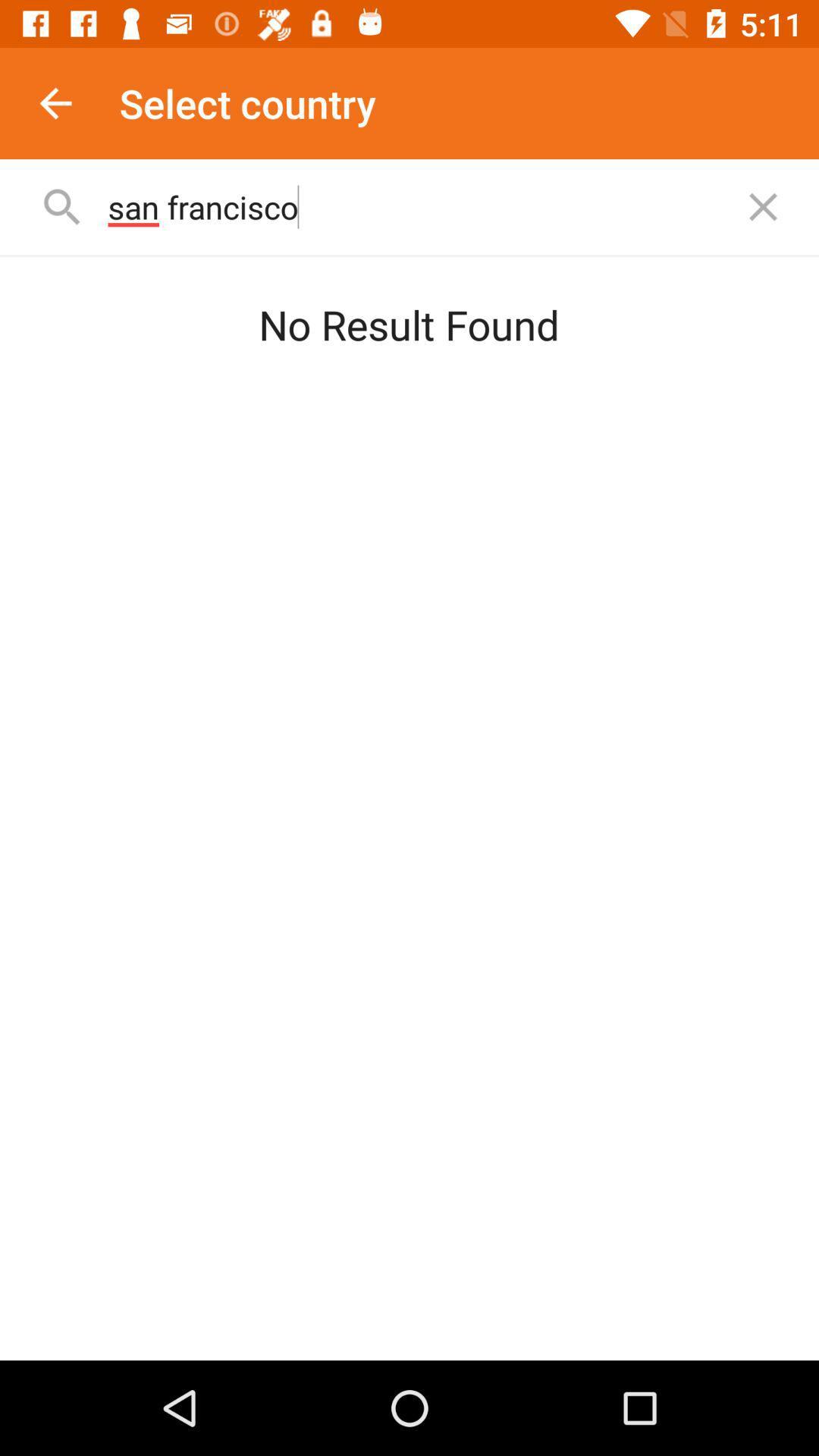 The height and width of the screenshot is (1456, 819). What do you see at coordinates (55, 102) in the screenshot?
I see `app next to select country item` at bounding box center [55, 102].